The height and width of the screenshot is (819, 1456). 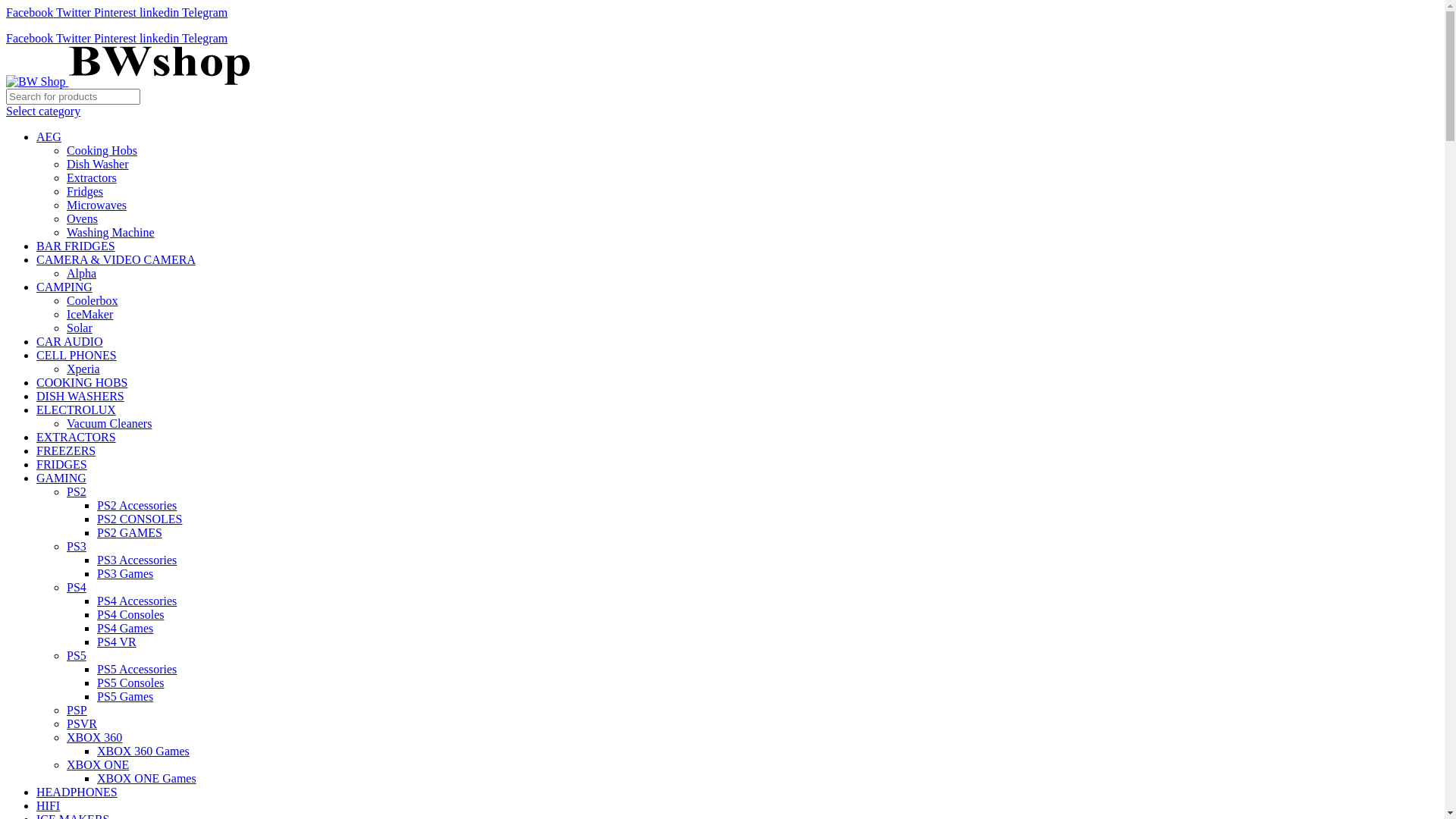 I want to click on 'Xperia', so click(x=83, y=369).